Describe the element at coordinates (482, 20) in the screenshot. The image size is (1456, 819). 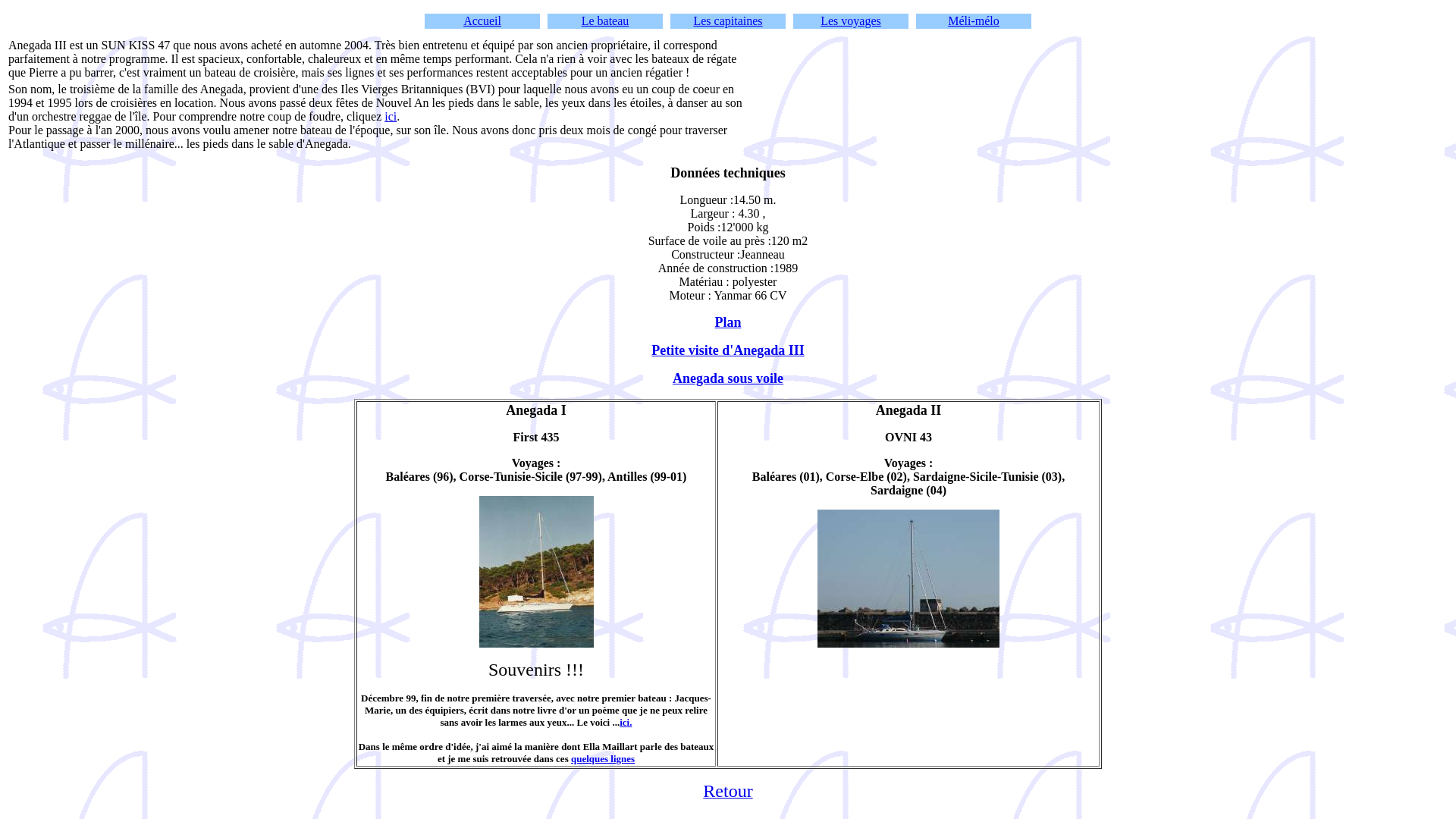
I see `'Accueil'` at that location.